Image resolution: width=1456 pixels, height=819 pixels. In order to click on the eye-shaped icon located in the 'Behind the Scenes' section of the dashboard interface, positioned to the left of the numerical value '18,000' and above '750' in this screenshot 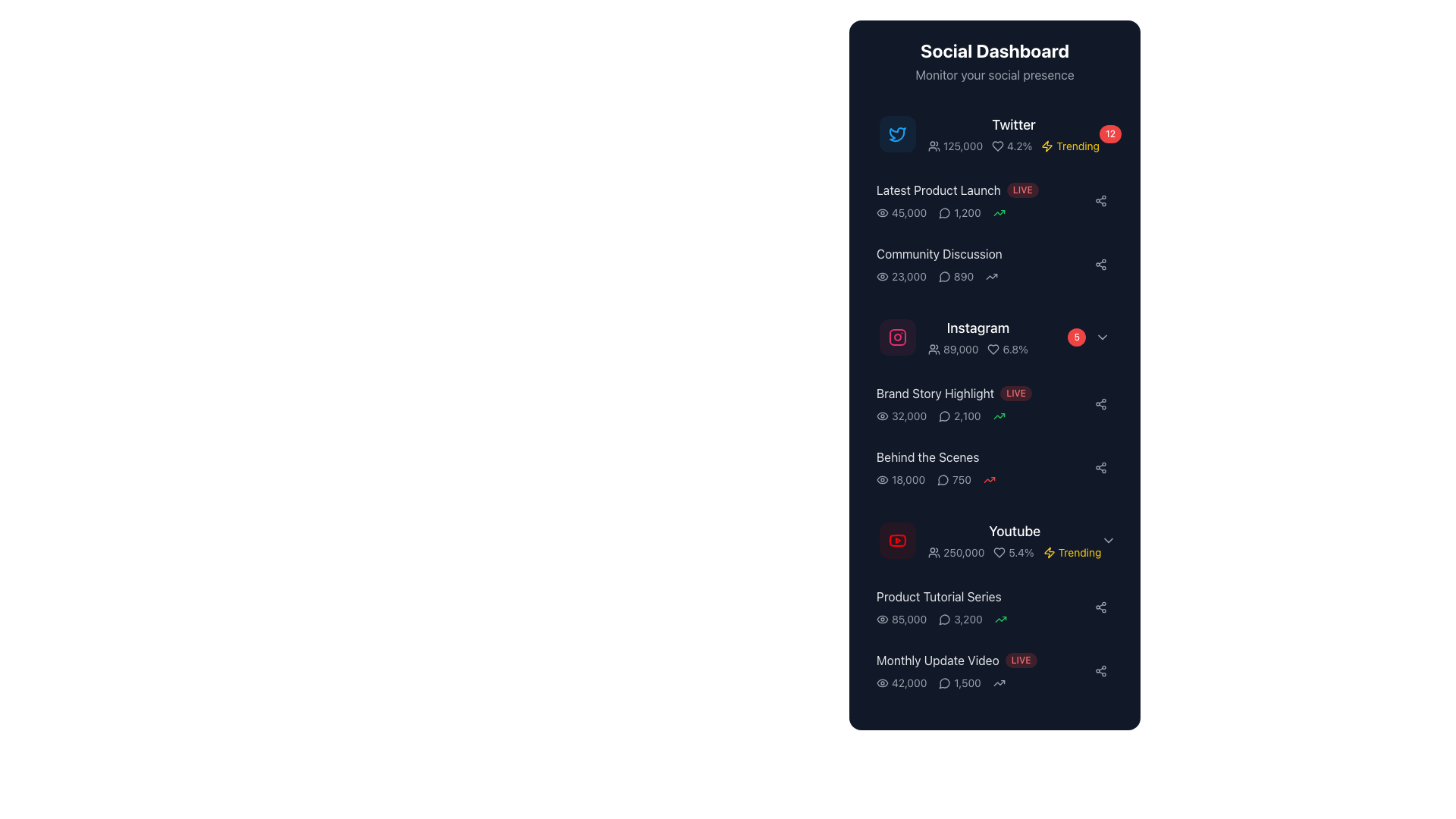, I will do `click(882, 479)`.